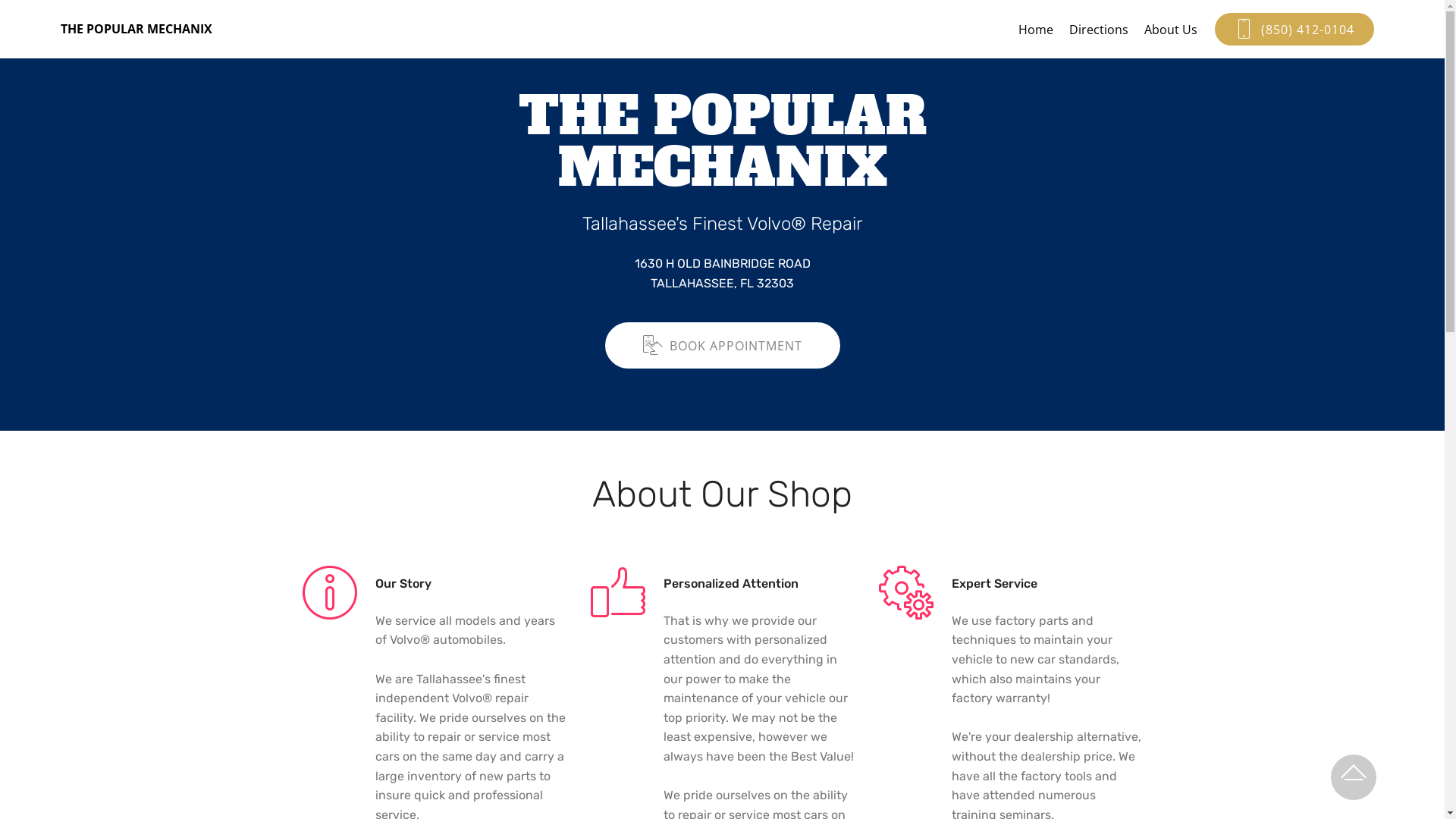 Image resolution: width=1456 pixels, height=819 pixels. What do you see at coordinates (1170, 29) in the screenshot?
I see `'About Us'` at bounding box center [1170, 29].